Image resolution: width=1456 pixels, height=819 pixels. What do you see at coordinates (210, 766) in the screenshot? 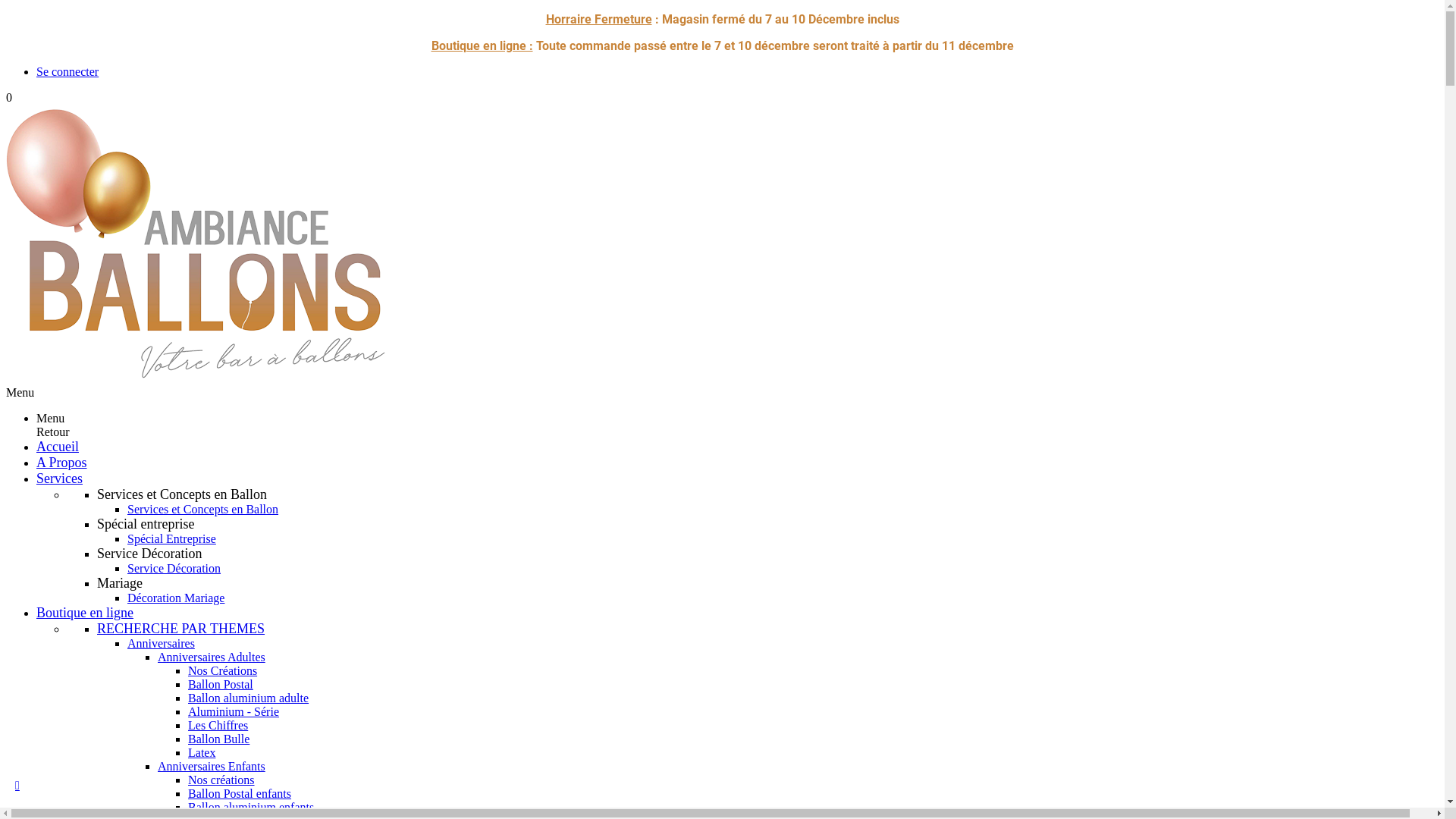
I see `'Anniversaires Enfants'` at bounding box center [210, 766].